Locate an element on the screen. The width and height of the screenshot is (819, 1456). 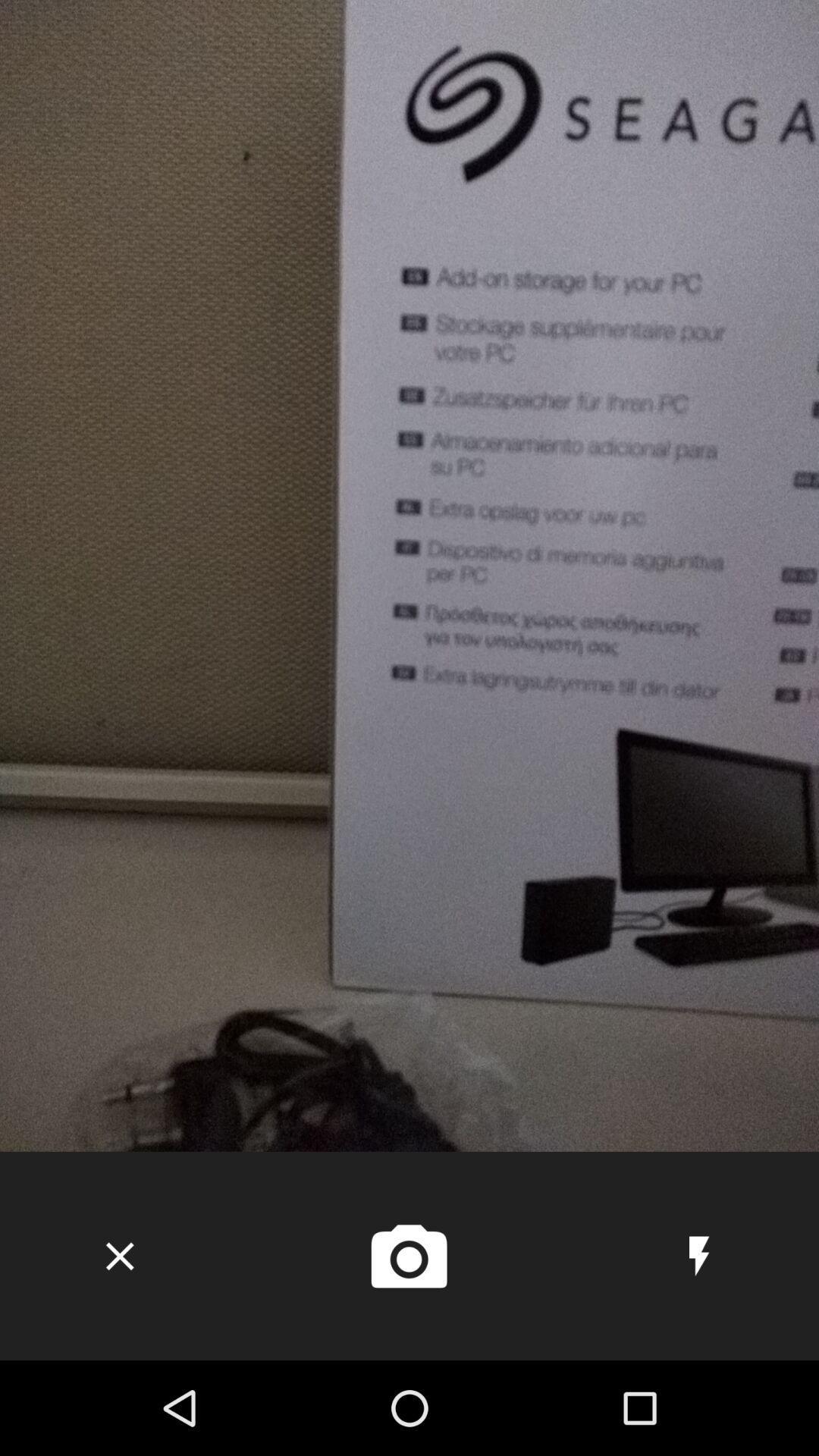
the icon at the center is located at coordinates (409, 575).